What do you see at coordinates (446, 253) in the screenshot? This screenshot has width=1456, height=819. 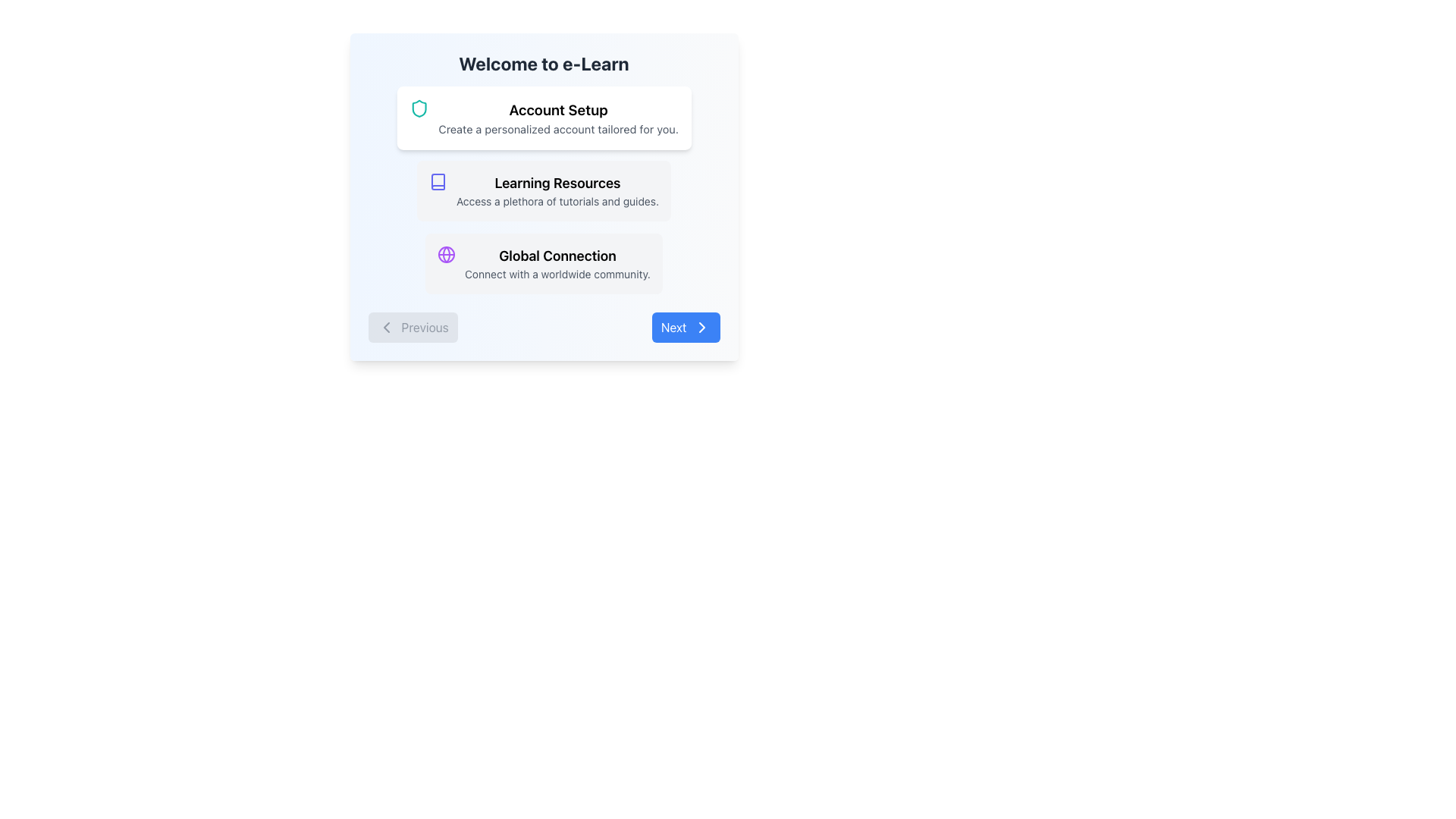 I see `the main circular boundary of the globe icon located to the left of the 'Global Connection' label` at bounding box center [446, 253].